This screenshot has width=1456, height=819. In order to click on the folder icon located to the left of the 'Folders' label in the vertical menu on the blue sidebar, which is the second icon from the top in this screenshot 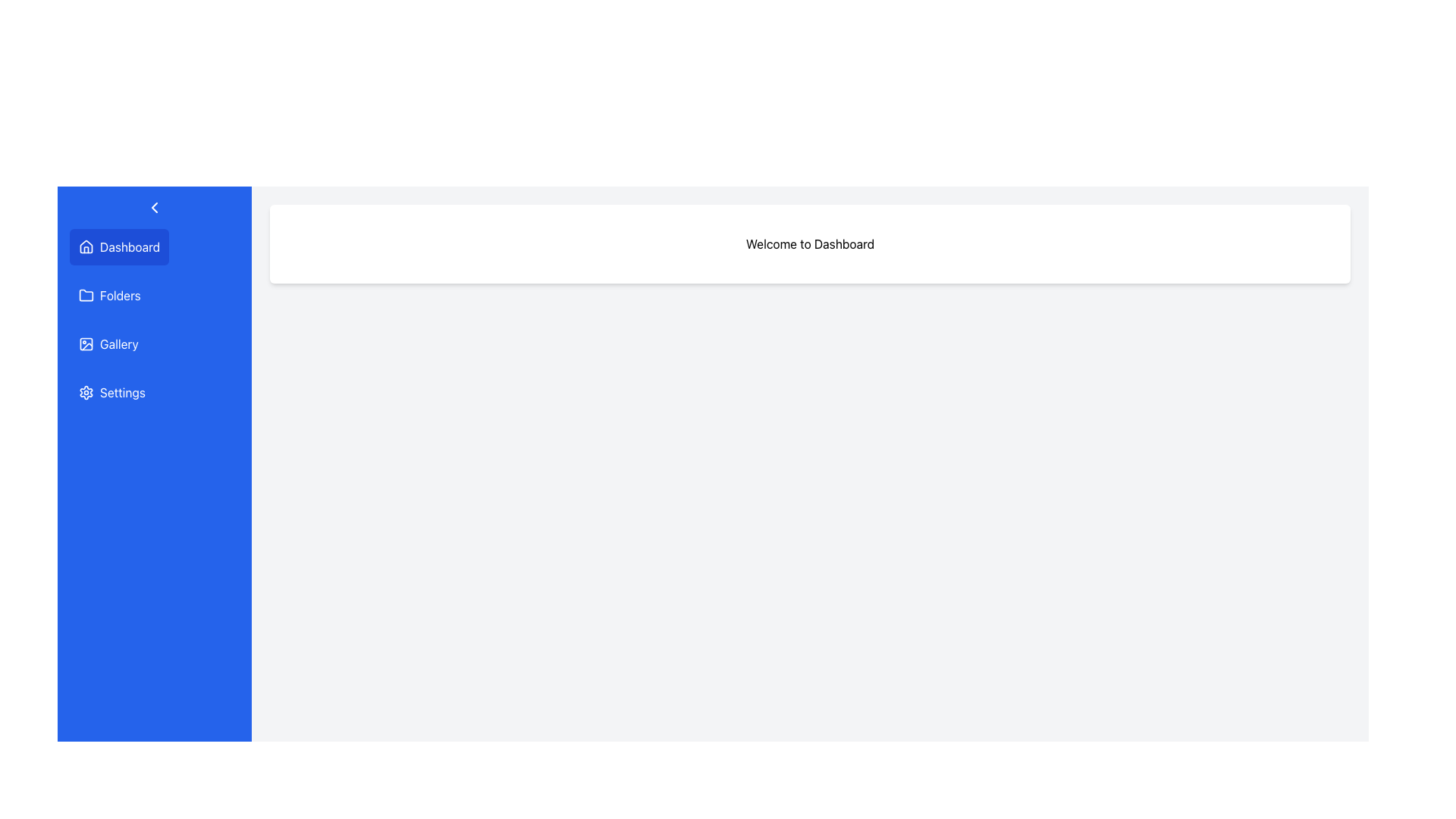, I will do `click(86, 295)`.